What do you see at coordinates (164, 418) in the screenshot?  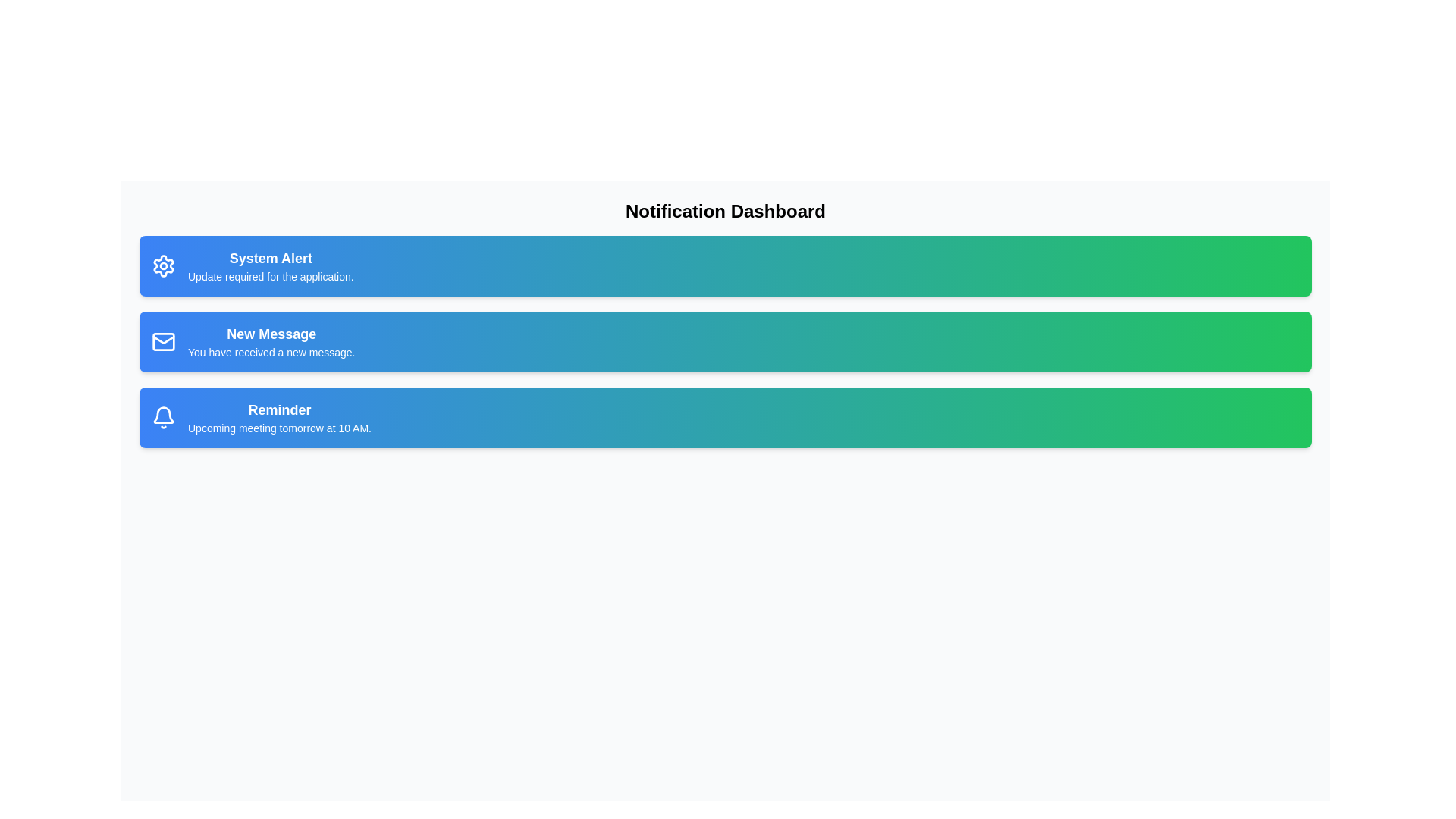 I see `the icon within the notification card titled 'Reminder'` at bounding box center [164, 418].